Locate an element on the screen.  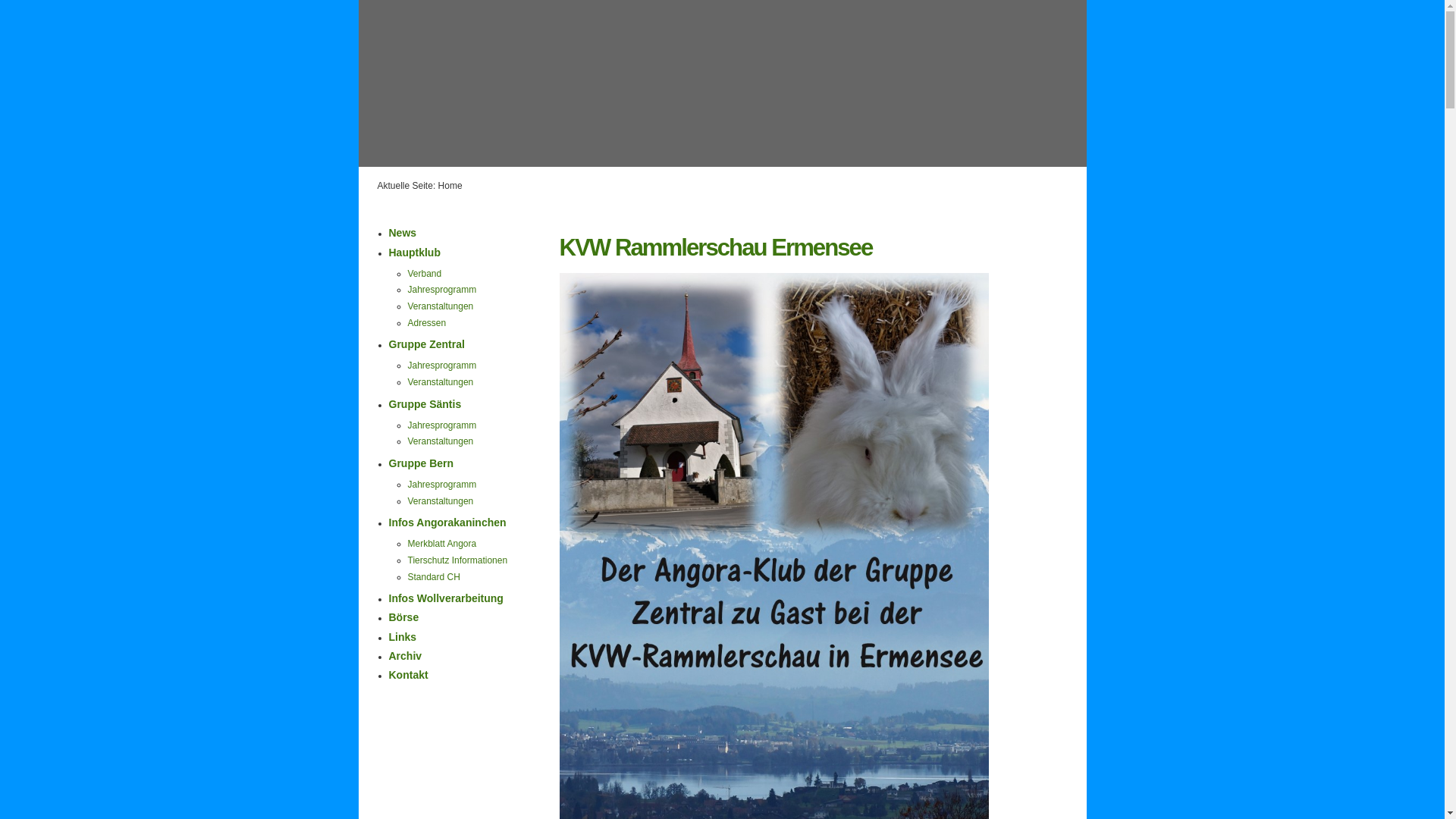
'KVW Rammlerschau Ermensee' is located at coordinates (715, 246).